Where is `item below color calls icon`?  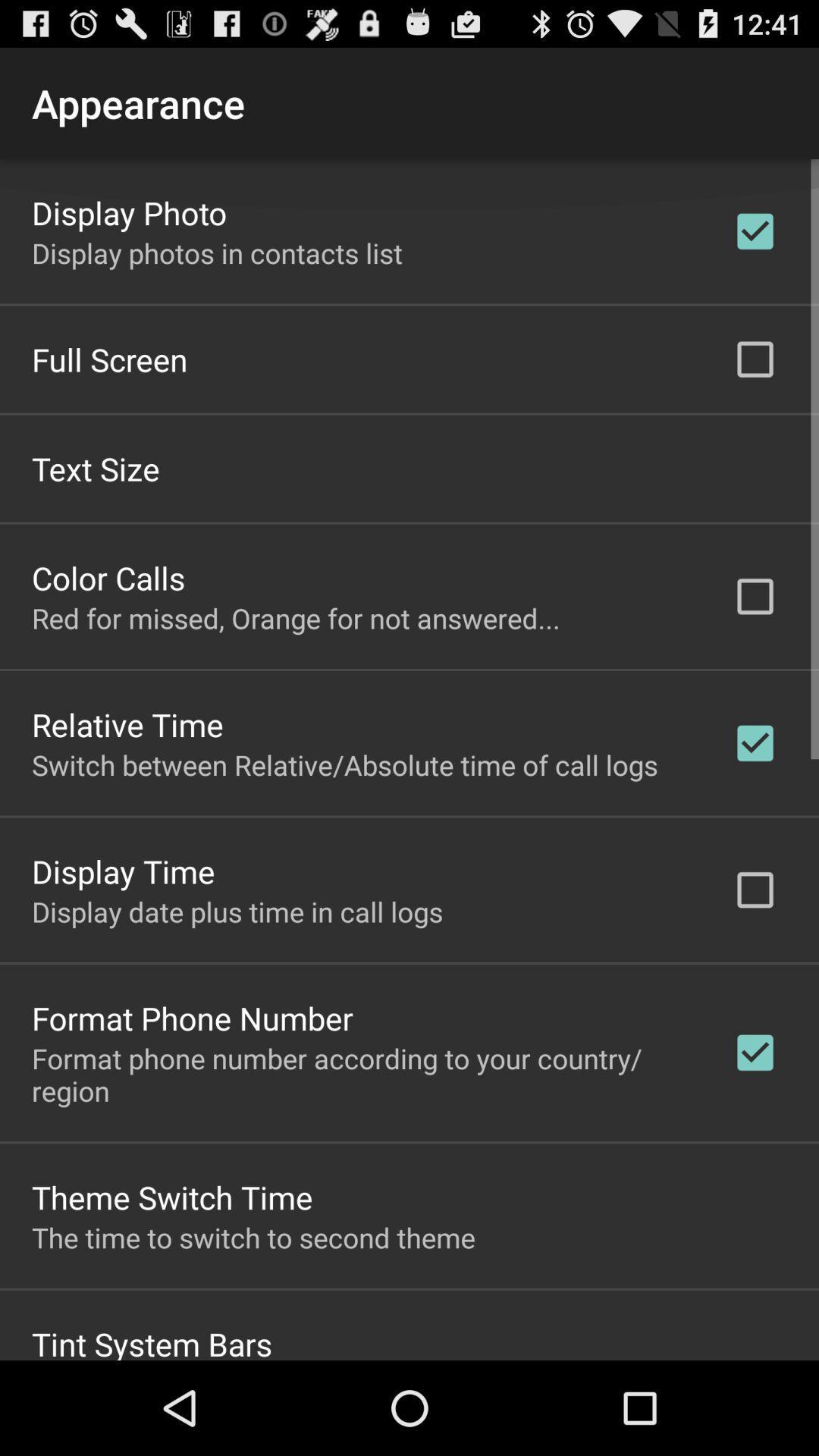
item below color calls icon is located at coordinates (296, 617).